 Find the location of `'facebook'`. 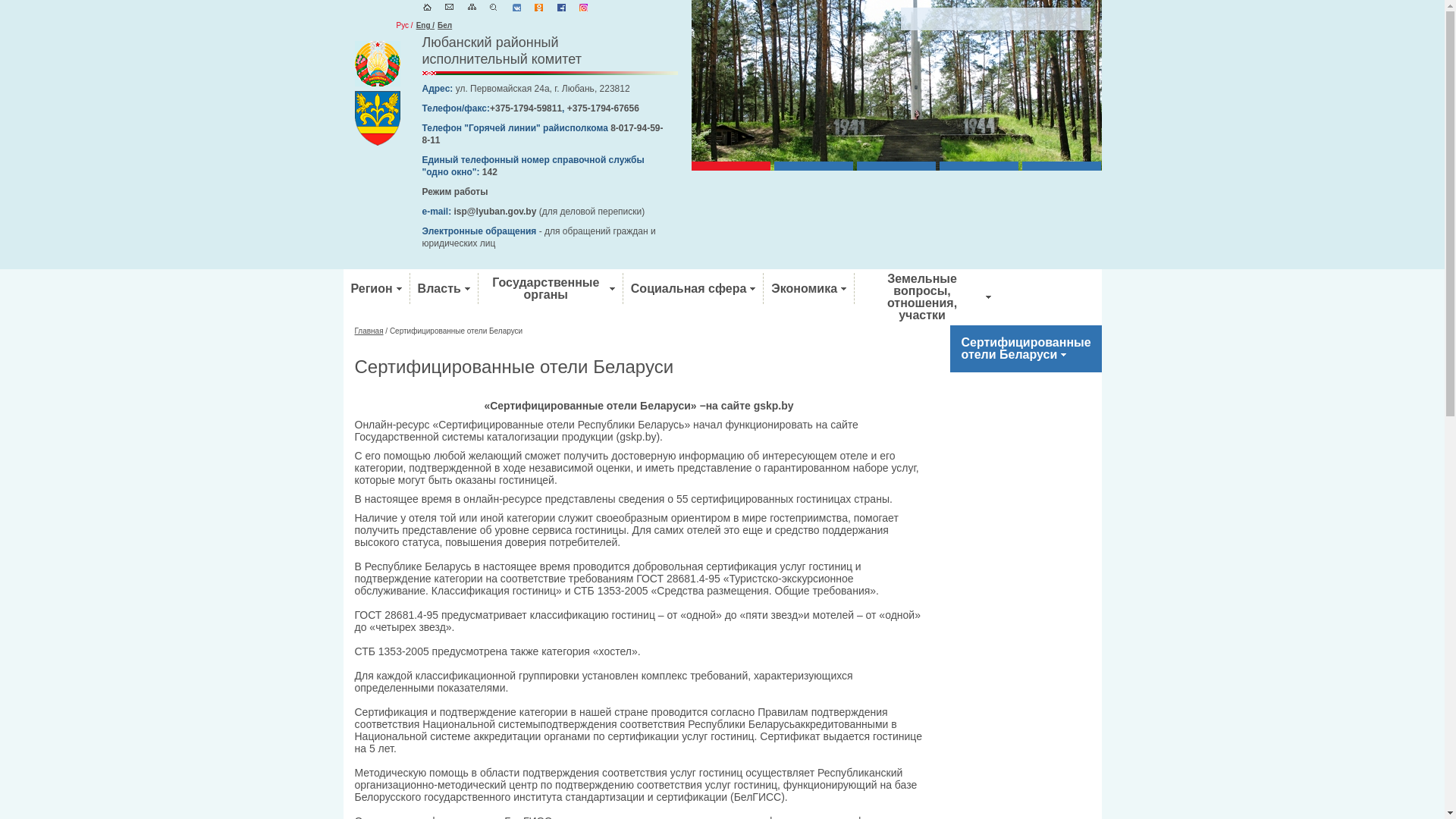

'facebook' is located at coordinates (560, 8).